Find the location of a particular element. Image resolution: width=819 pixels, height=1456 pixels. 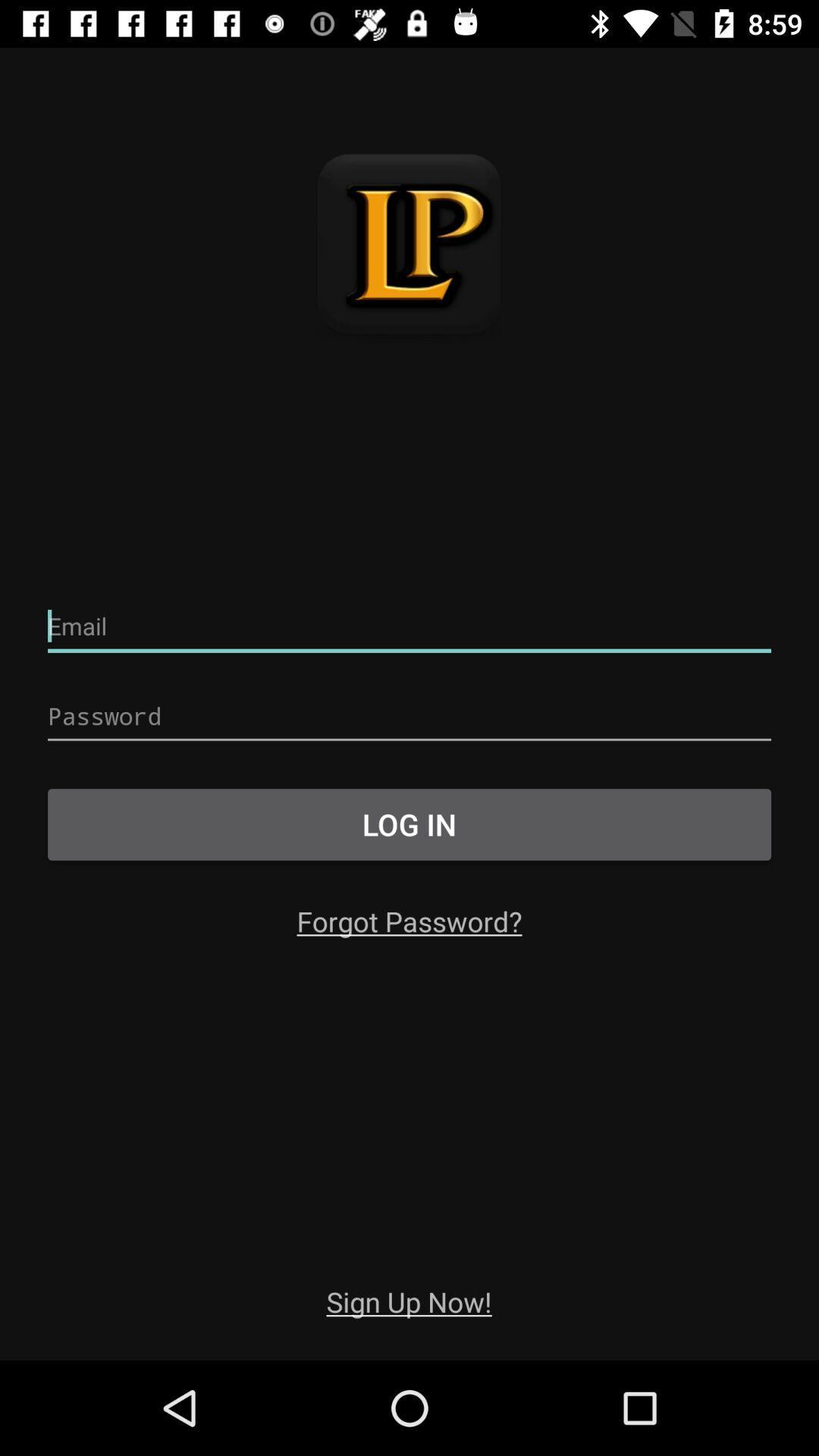

the log in button is located at coordinates (409, 824).